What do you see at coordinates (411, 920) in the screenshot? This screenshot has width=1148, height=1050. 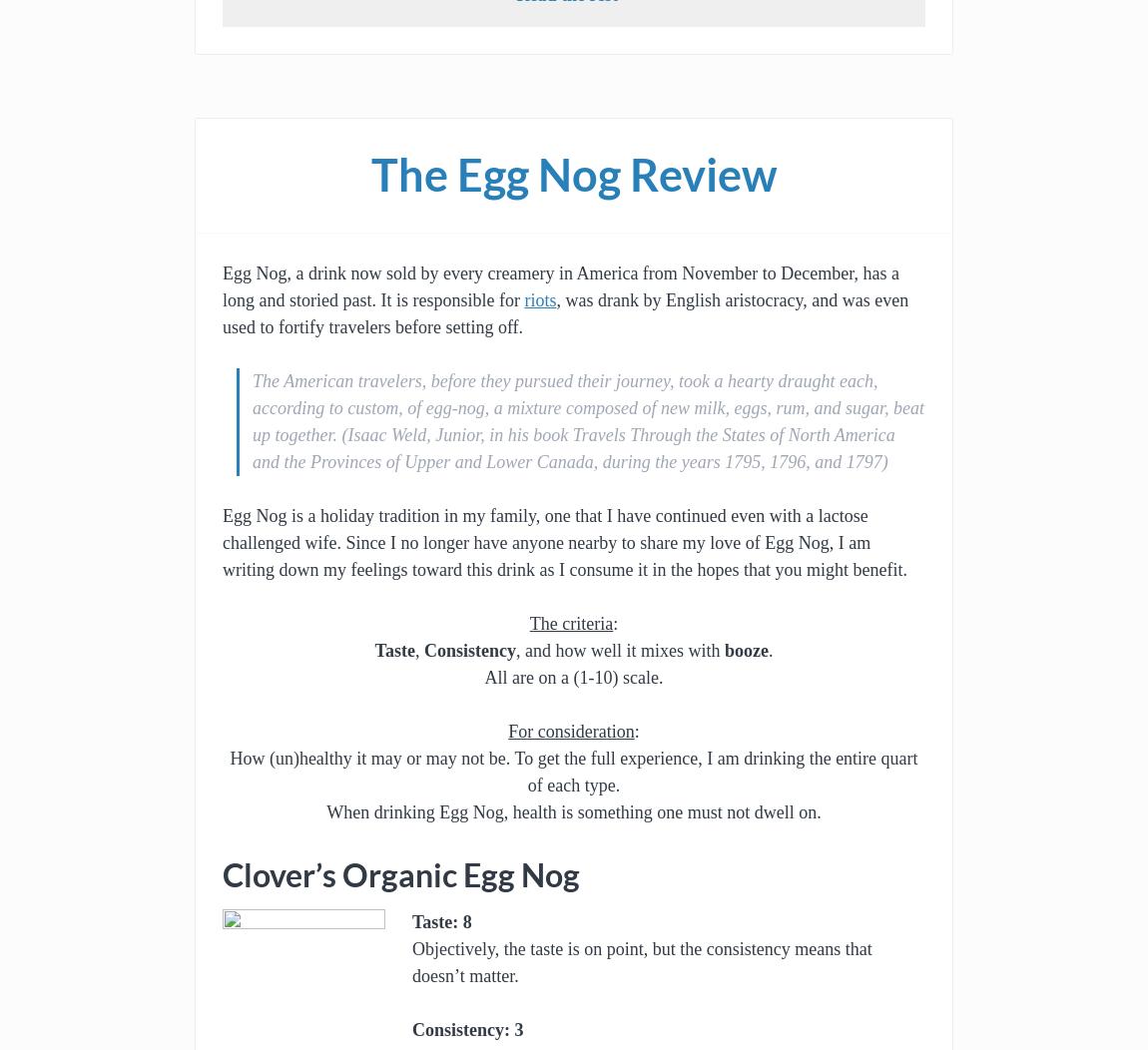 I see `'Taste: 8'` at bounding box center [411, 920].